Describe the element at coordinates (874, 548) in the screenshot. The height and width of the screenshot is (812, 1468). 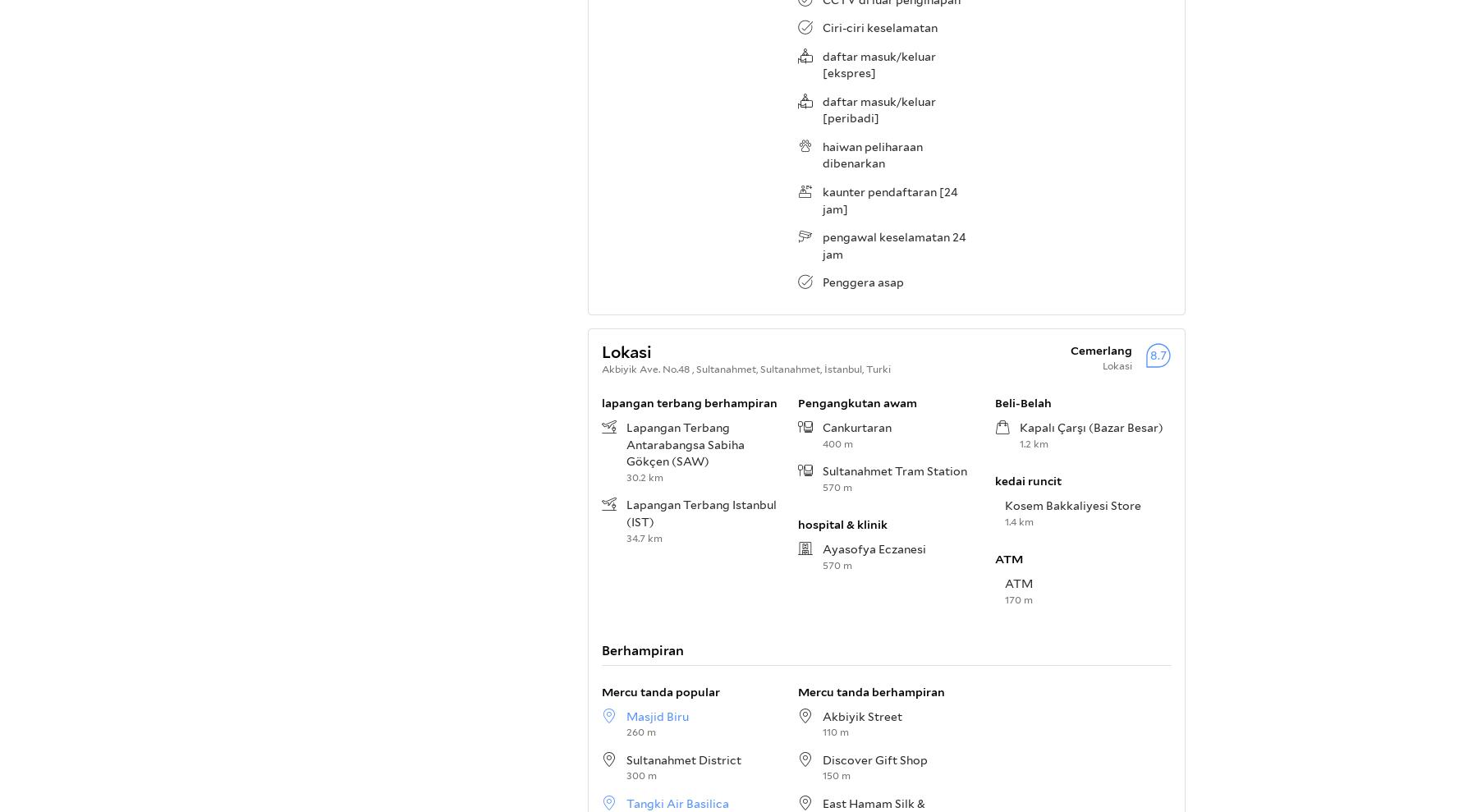
I see `'Ayasofya Eczanesi'` at that location.